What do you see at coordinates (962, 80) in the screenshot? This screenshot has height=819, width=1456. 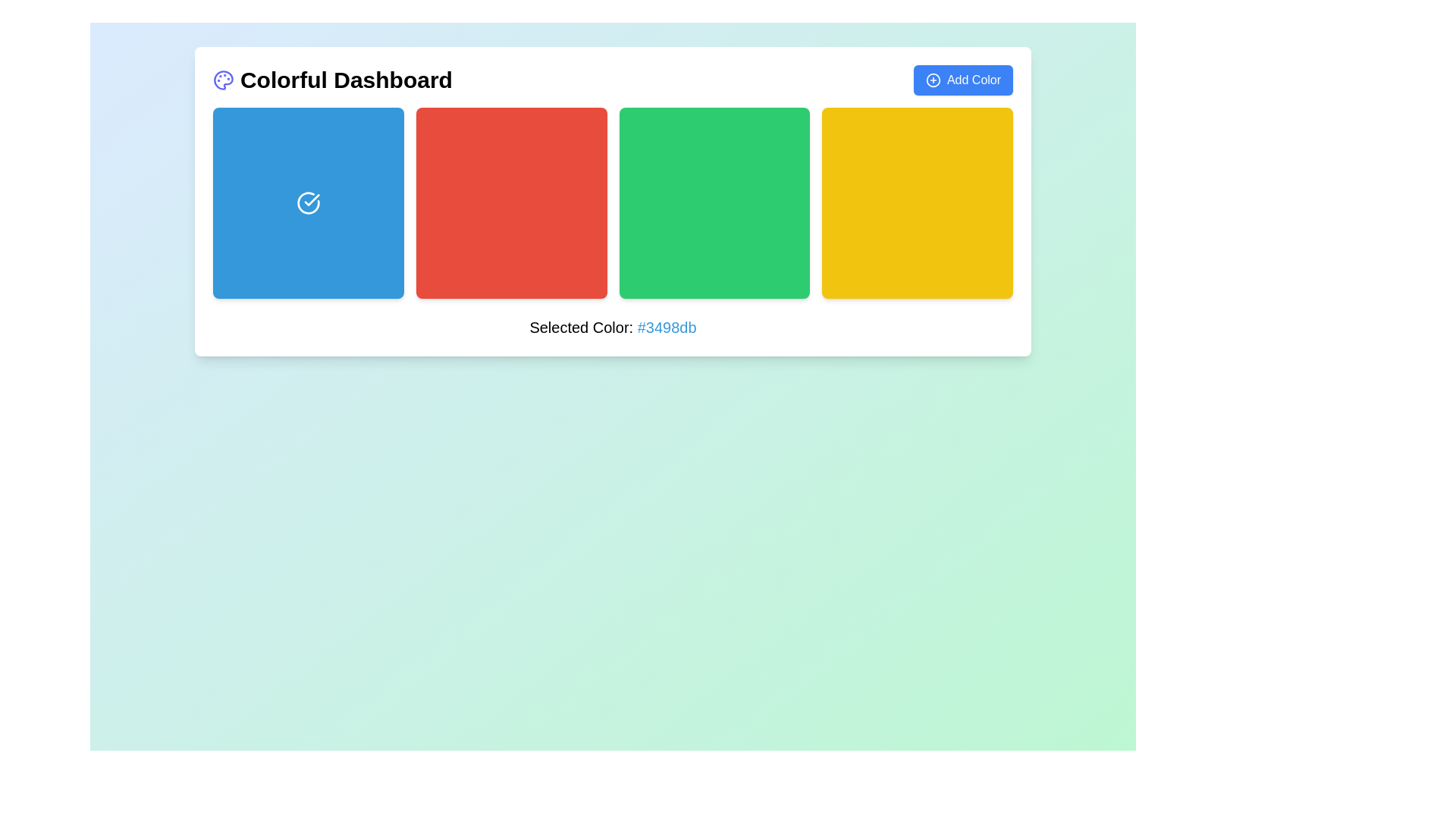 I see `the button located in the header section titled 'Colorful Dashboard' at the top right corner` at bounding box center [962, 80].